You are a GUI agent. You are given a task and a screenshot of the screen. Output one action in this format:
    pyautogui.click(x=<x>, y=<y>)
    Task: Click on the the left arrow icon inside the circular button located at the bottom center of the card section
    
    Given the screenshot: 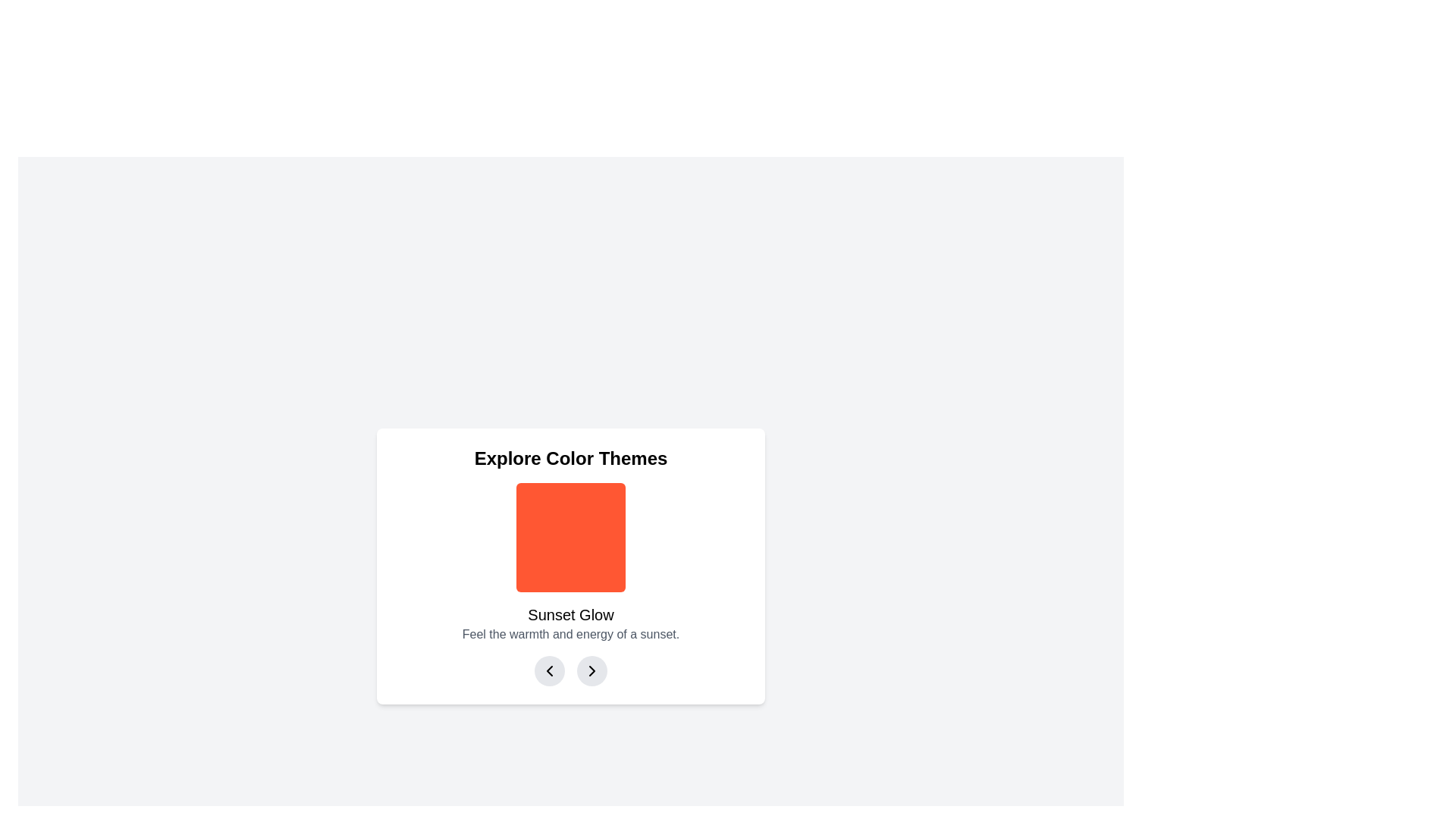 What is the action you would take?
    pyautogui.click(x=548, y=670)
    